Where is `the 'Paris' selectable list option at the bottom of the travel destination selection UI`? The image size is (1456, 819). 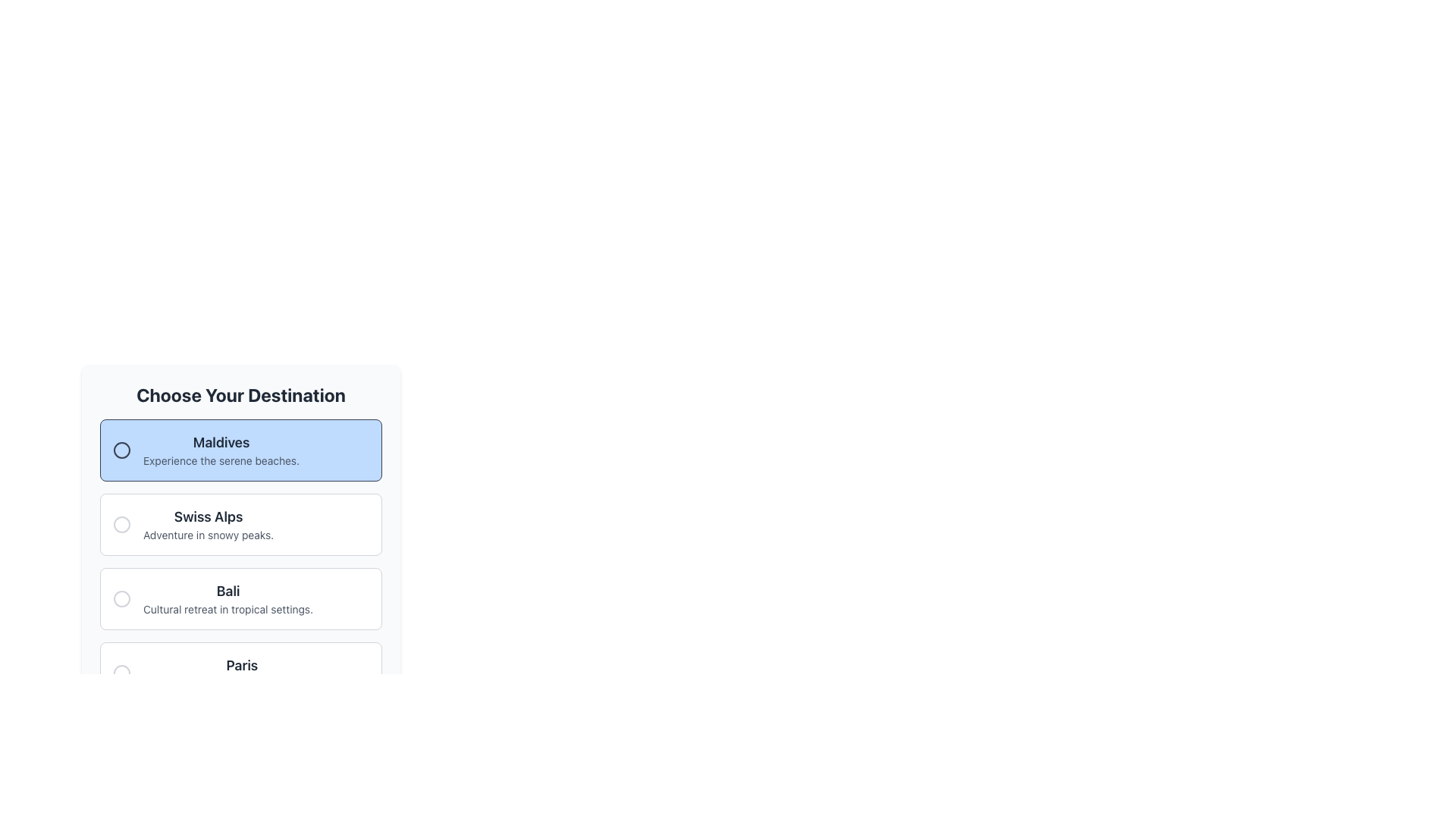
the 'Paris' selectable list option at the bottom of the travel destination selection UI is located at coordinates (240, 672).